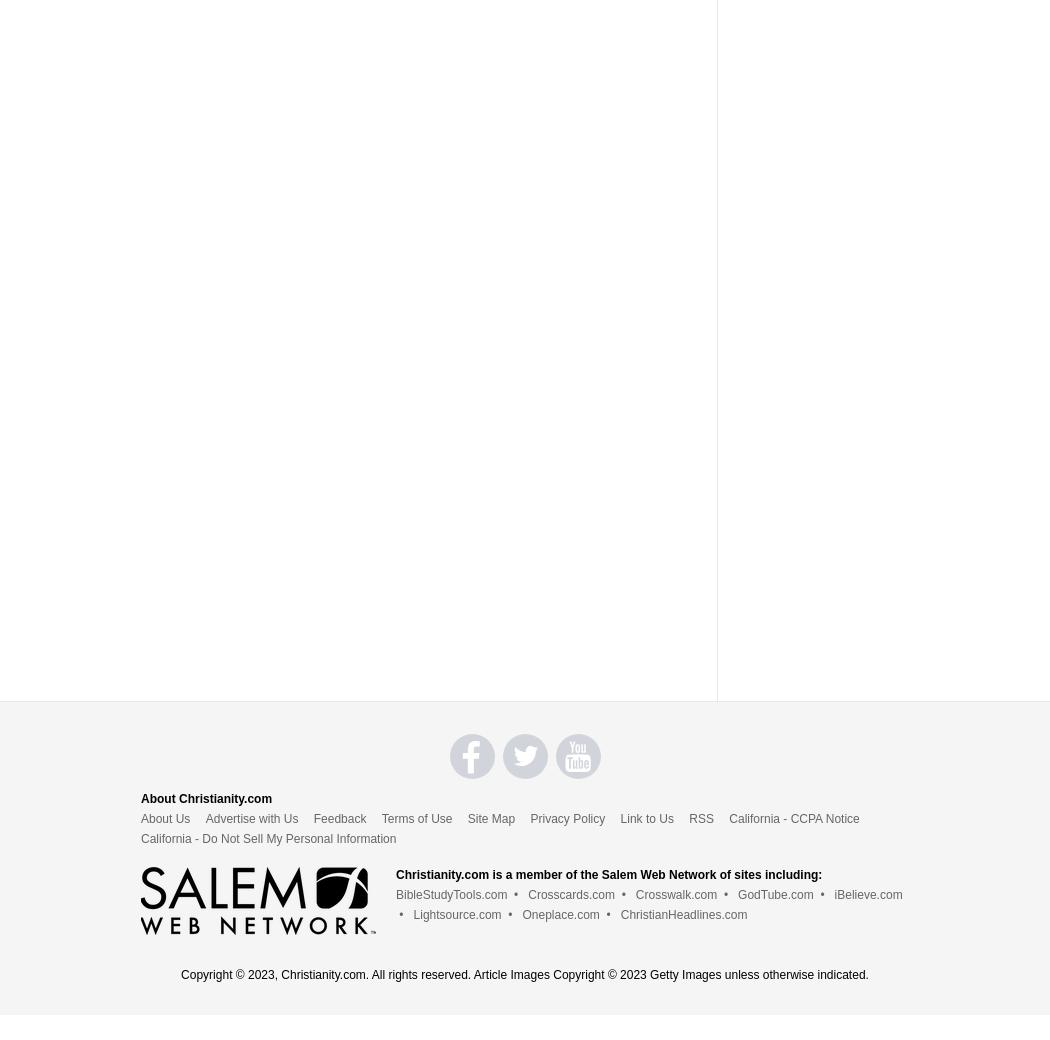  What do you see at coordinates (700, 816) in the screenshot?
I see `'RSS'` at bounding box center [700, 816].